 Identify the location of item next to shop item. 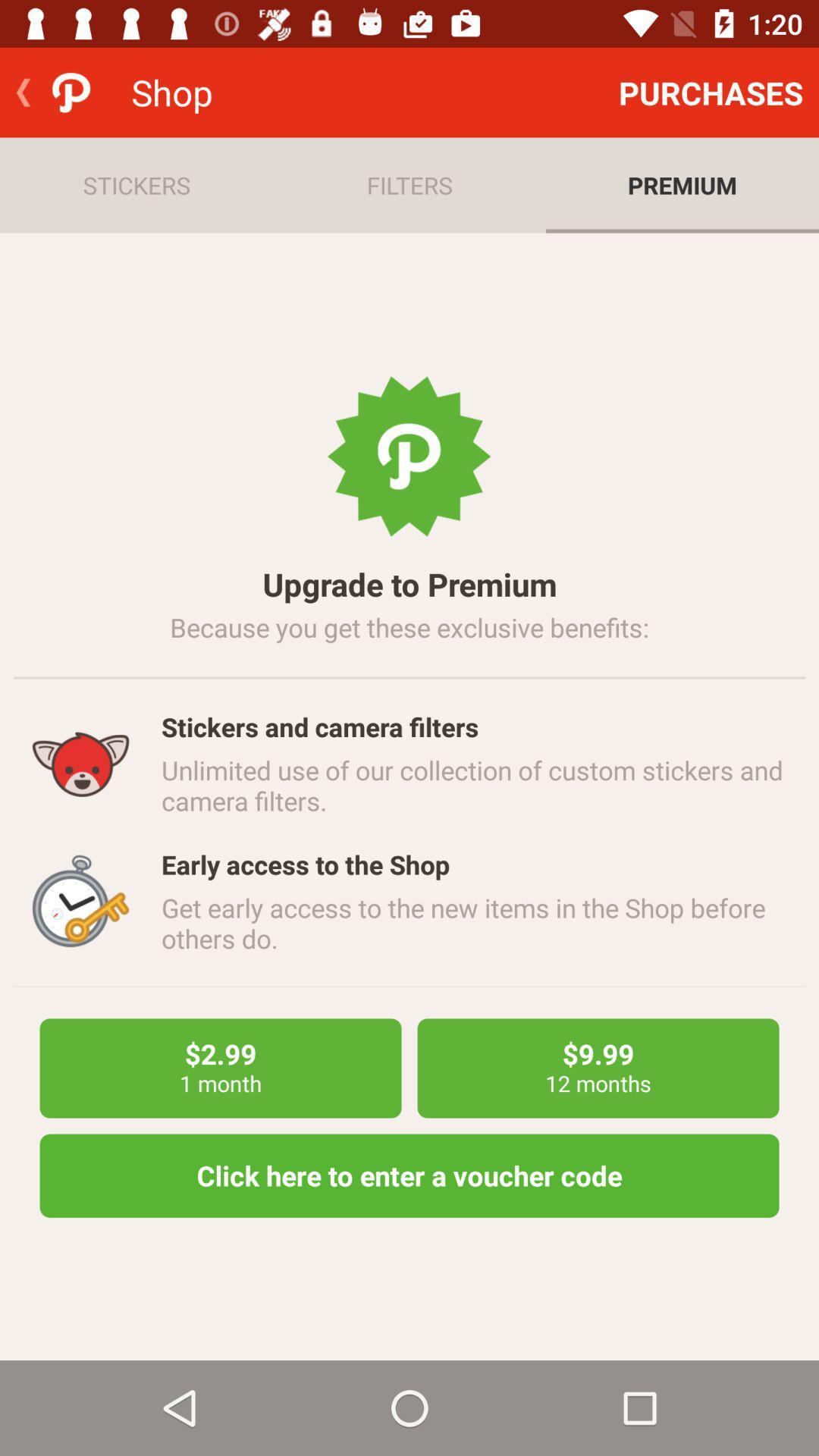
(711, 92).